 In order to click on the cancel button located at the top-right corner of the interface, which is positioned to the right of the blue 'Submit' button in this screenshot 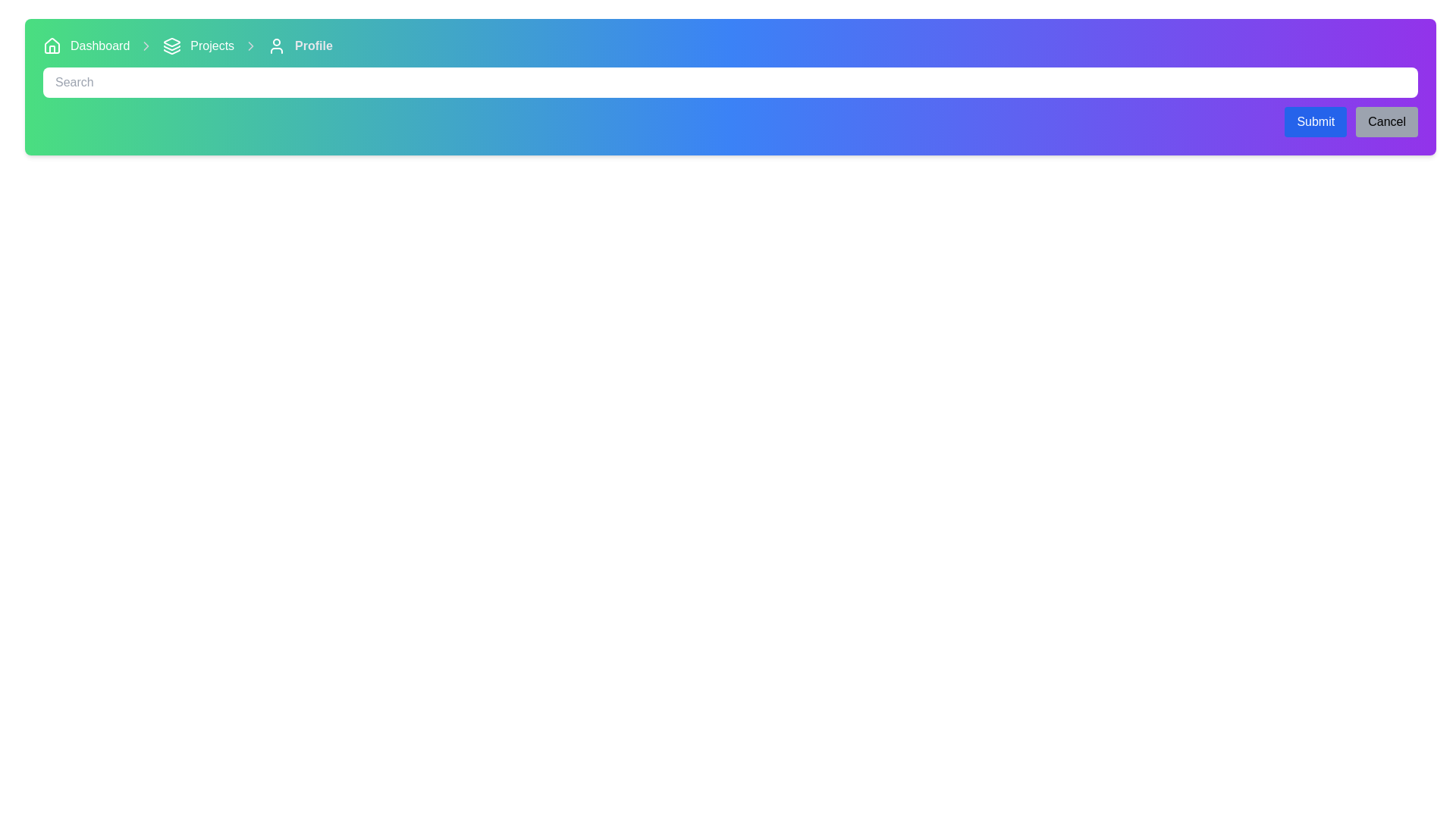, I will do `click(1387, 121)`.